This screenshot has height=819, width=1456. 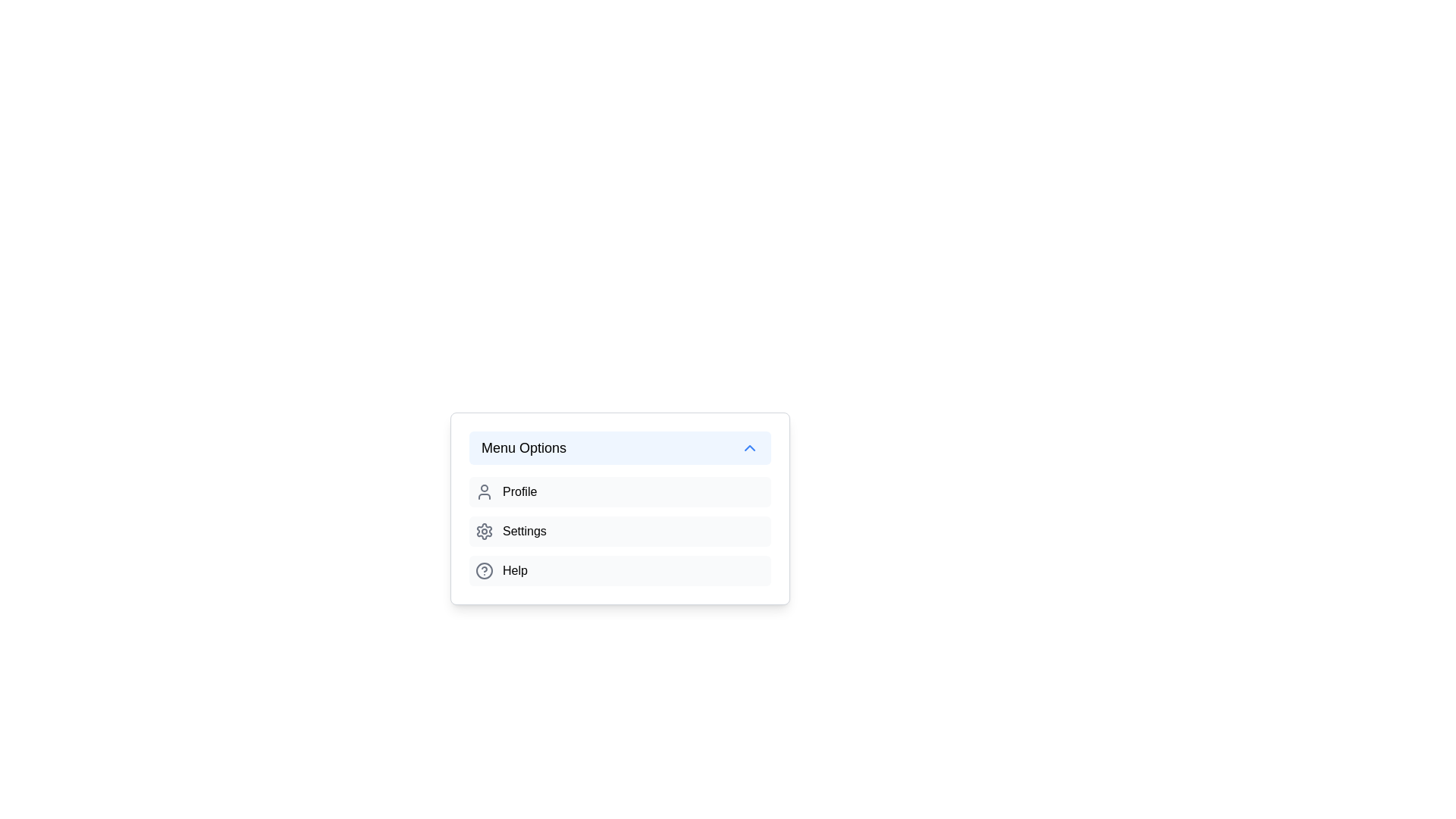 What do you see at coordinates (483, 570) in the screenshot?
I see `the outer circle of the help icon, which serves as a visual cue for the 'Help' menu item located at the bottom of the vertical menu listing beneath 'Profile' and 'Settings'` at bounding box center [483, 570].